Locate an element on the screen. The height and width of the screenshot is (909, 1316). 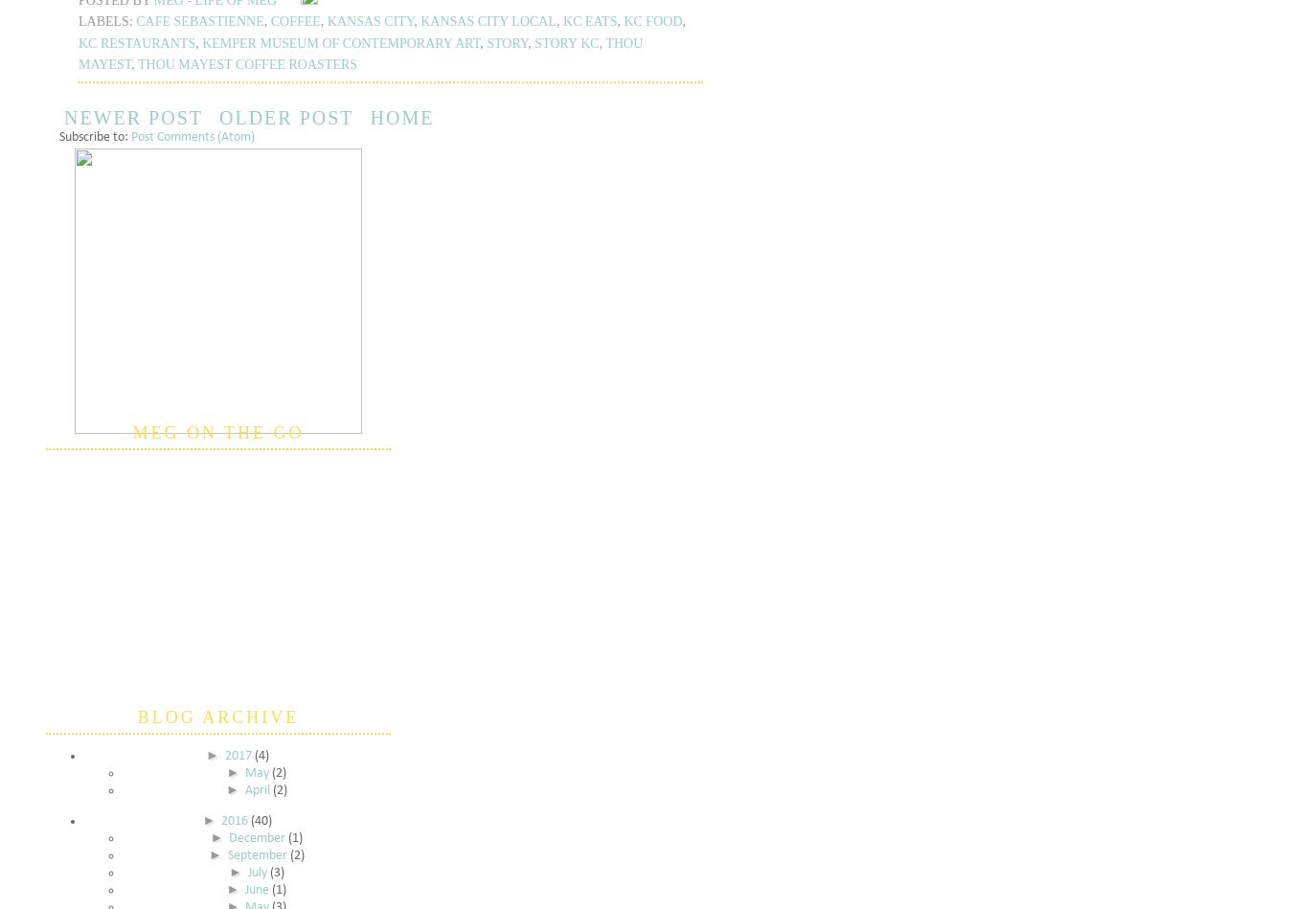
'December' is located at coordinates (257, 837).